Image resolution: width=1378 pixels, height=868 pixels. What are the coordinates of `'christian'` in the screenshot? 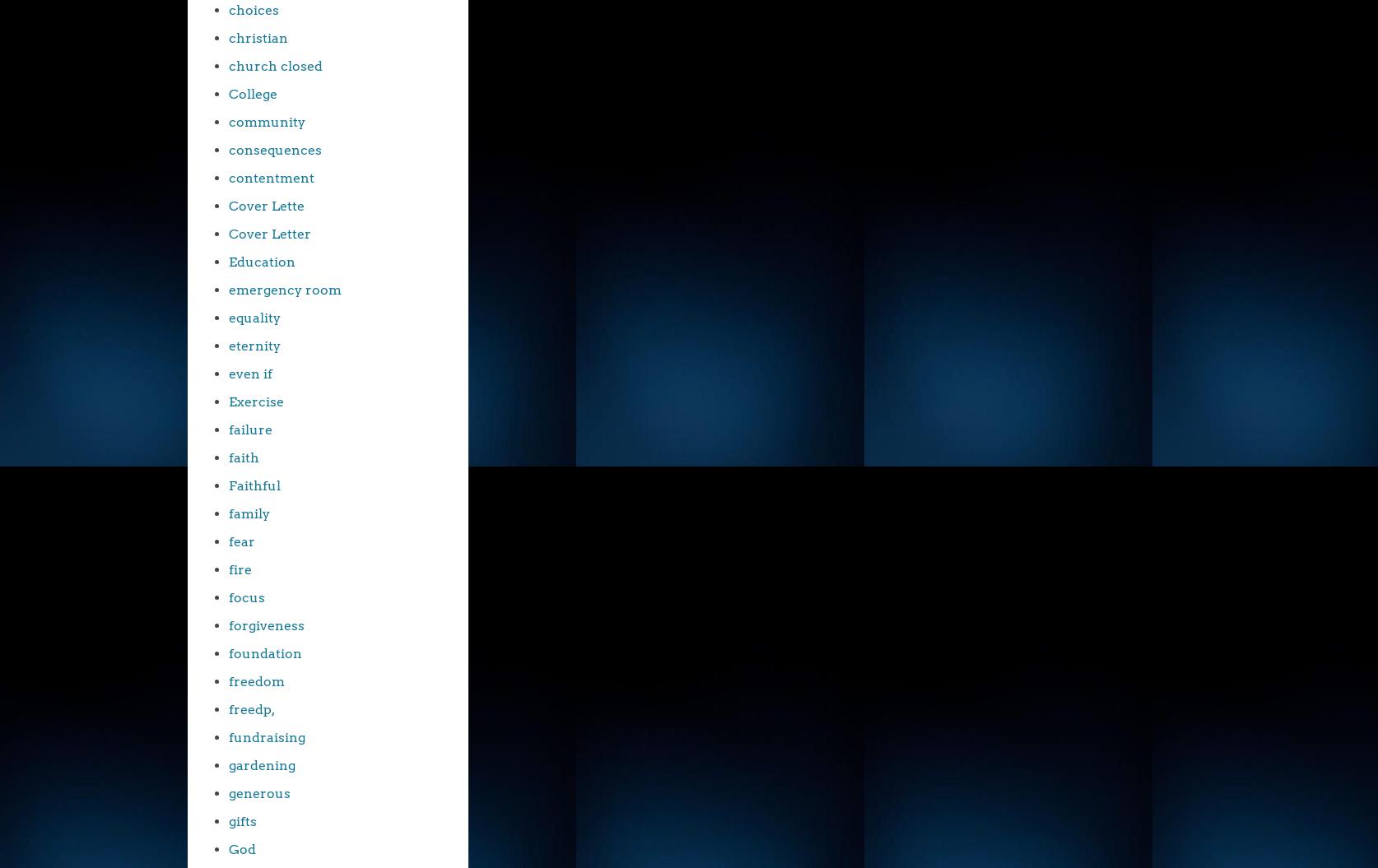 It's located at (258, 38).